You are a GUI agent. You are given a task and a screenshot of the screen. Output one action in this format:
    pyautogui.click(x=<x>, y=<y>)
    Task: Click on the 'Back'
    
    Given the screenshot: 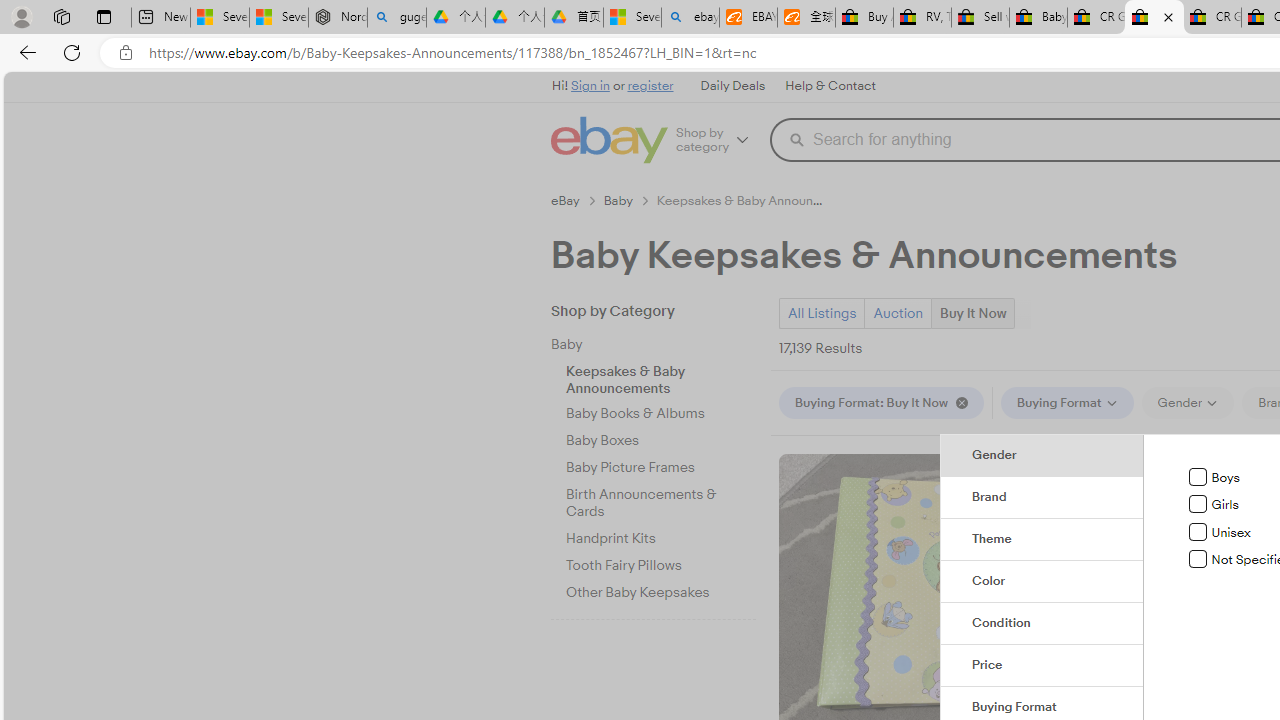 What is the action you would take?
    pyautogui.click(x=24, y=51)
    